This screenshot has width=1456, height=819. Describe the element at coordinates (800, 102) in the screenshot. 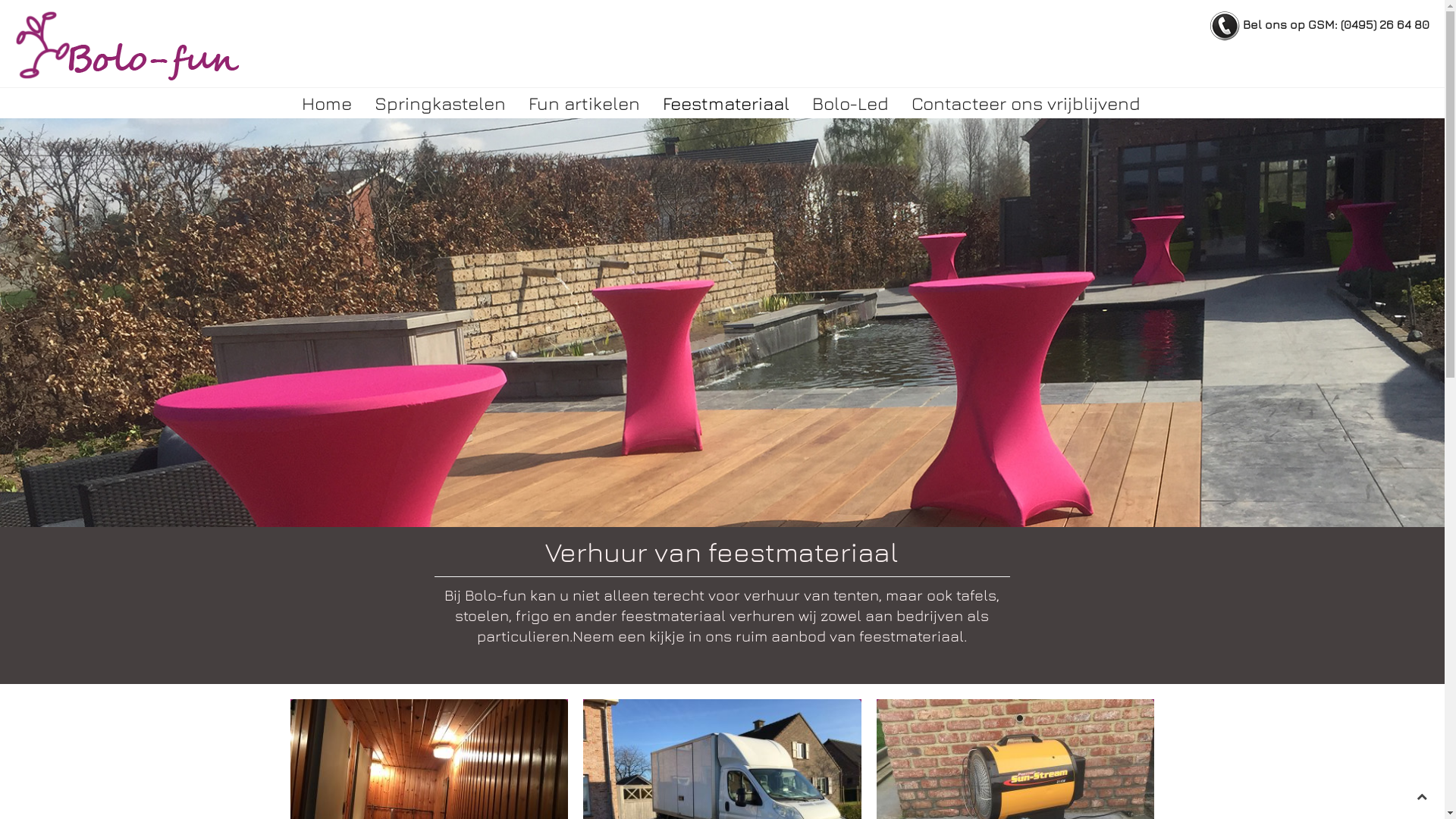

I see `'Bolo-Led'` at that location.